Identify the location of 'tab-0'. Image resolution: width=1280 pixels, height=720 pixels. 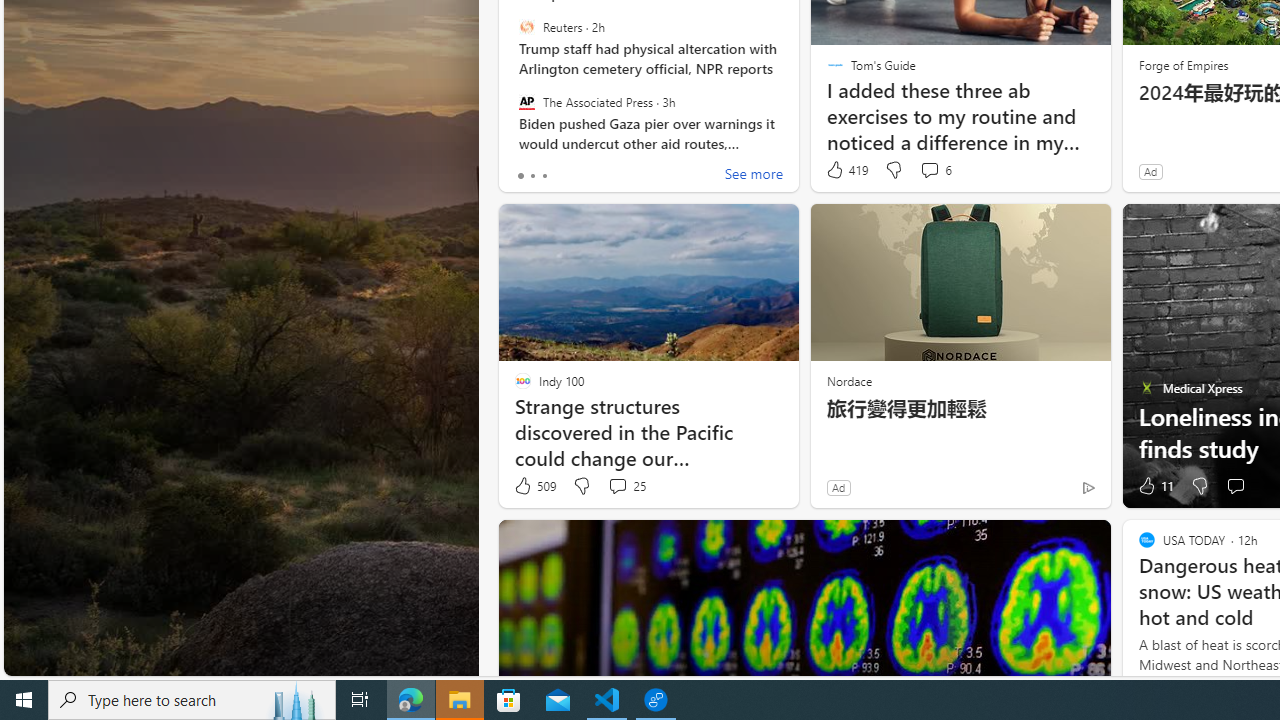
(520, 175).